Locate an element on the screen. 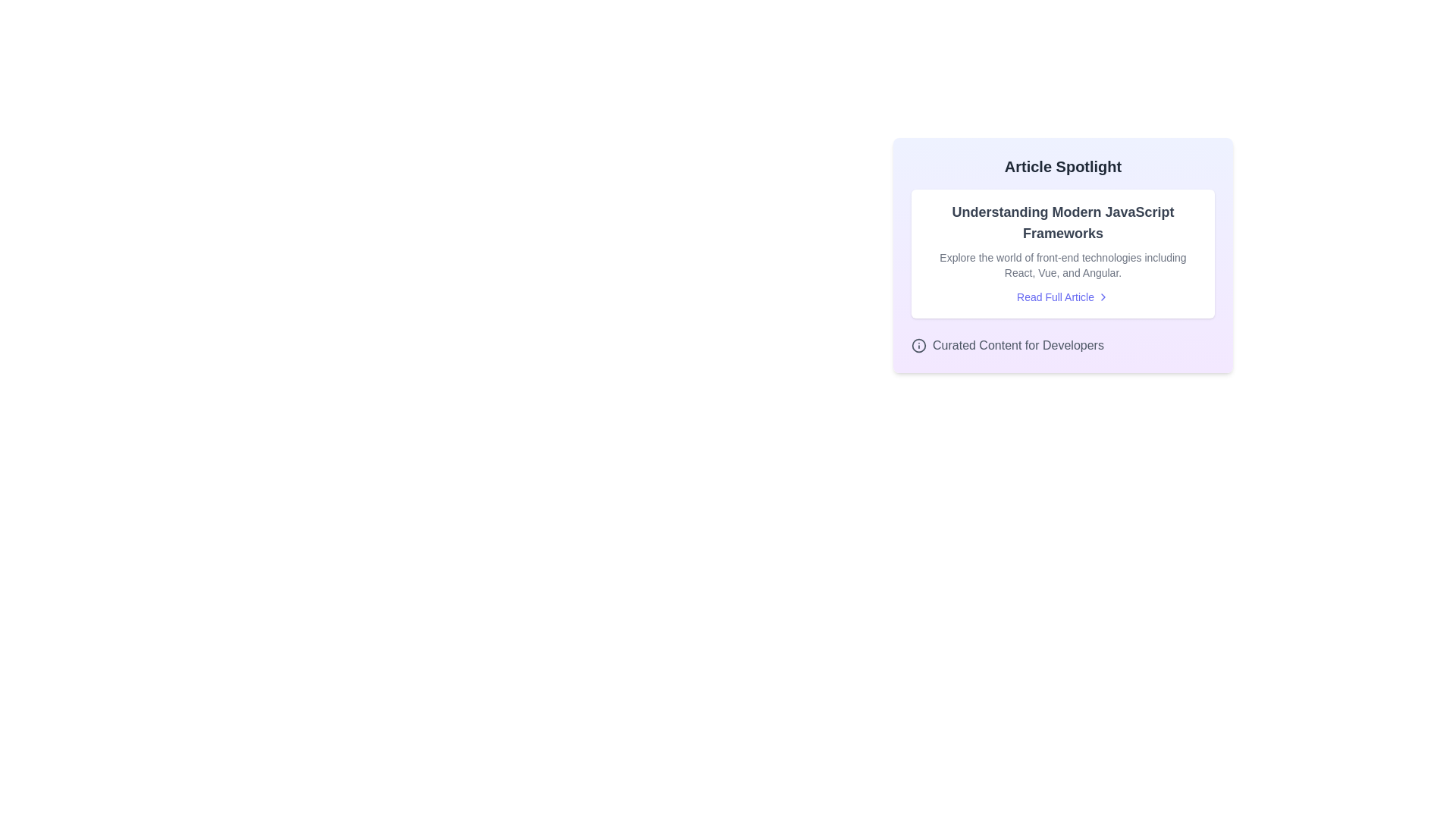  informational text 'Curated Content for Developers' which is styled in gray font and accompanied by an informational icon on the left is located at coordinates (1062, 345).